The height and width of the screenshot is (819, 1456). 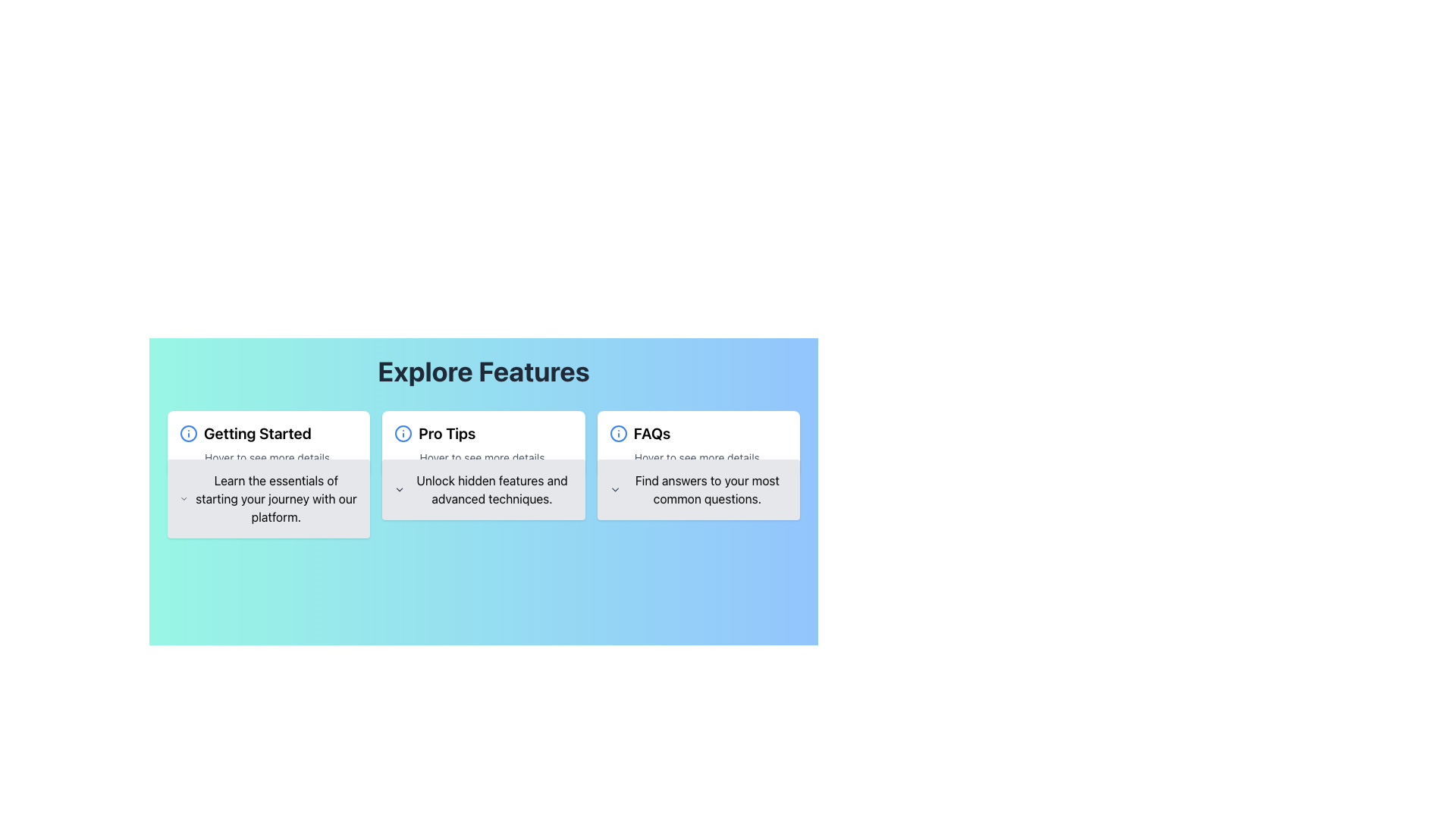 What do you see at coordinates (403, 433) in the screenshot?
I see `the circular icon background with a blue border and white fill, located inside the SVG graphical object to the left of the 'Getting Started' text` at bounding box center [403, 433].